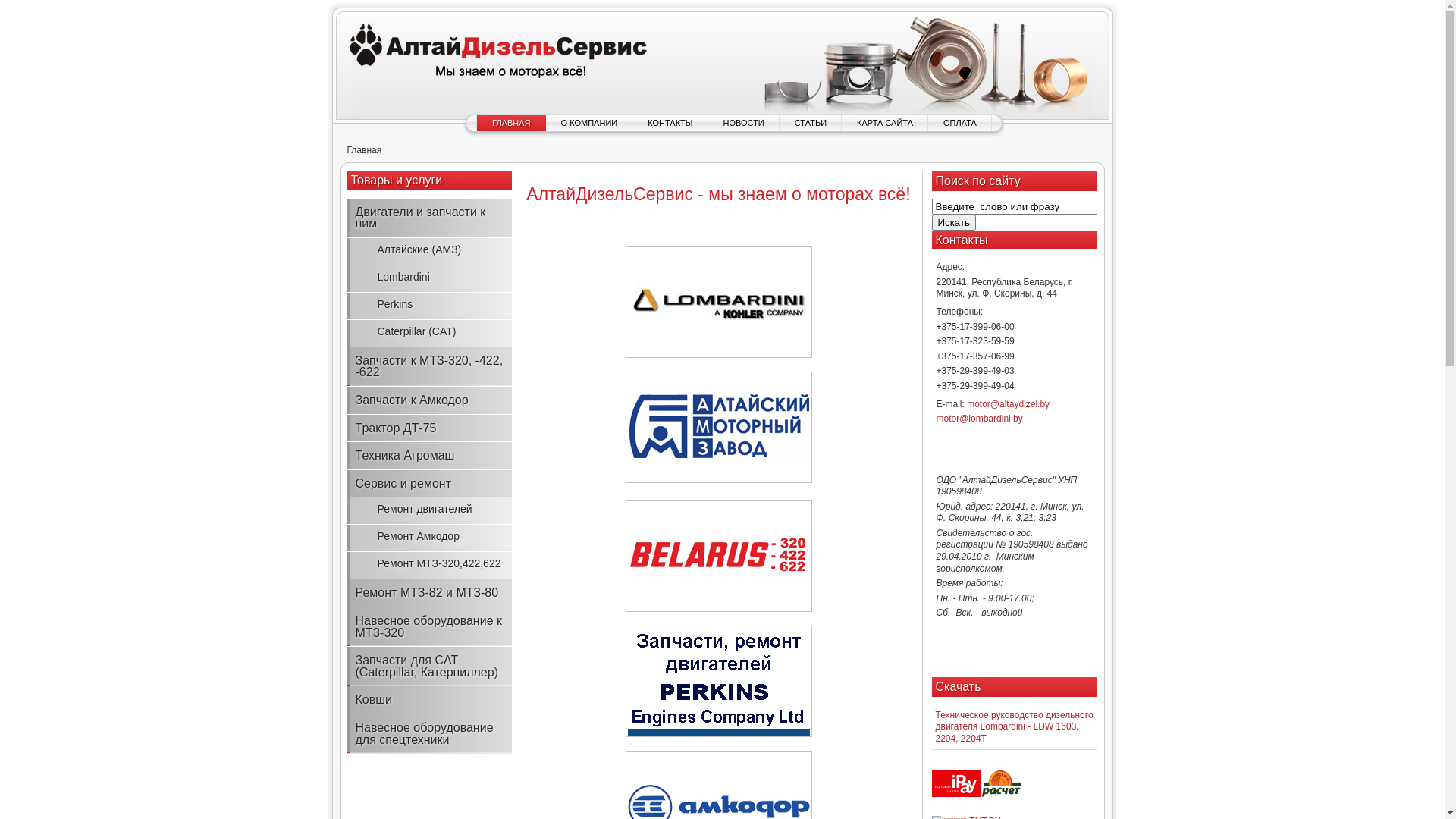 This screenshot has height=819, width=1456. Describe the element at coordinates (428, 332) in the screenshot. I see `'Caterpillar (CAT)'` at that location.